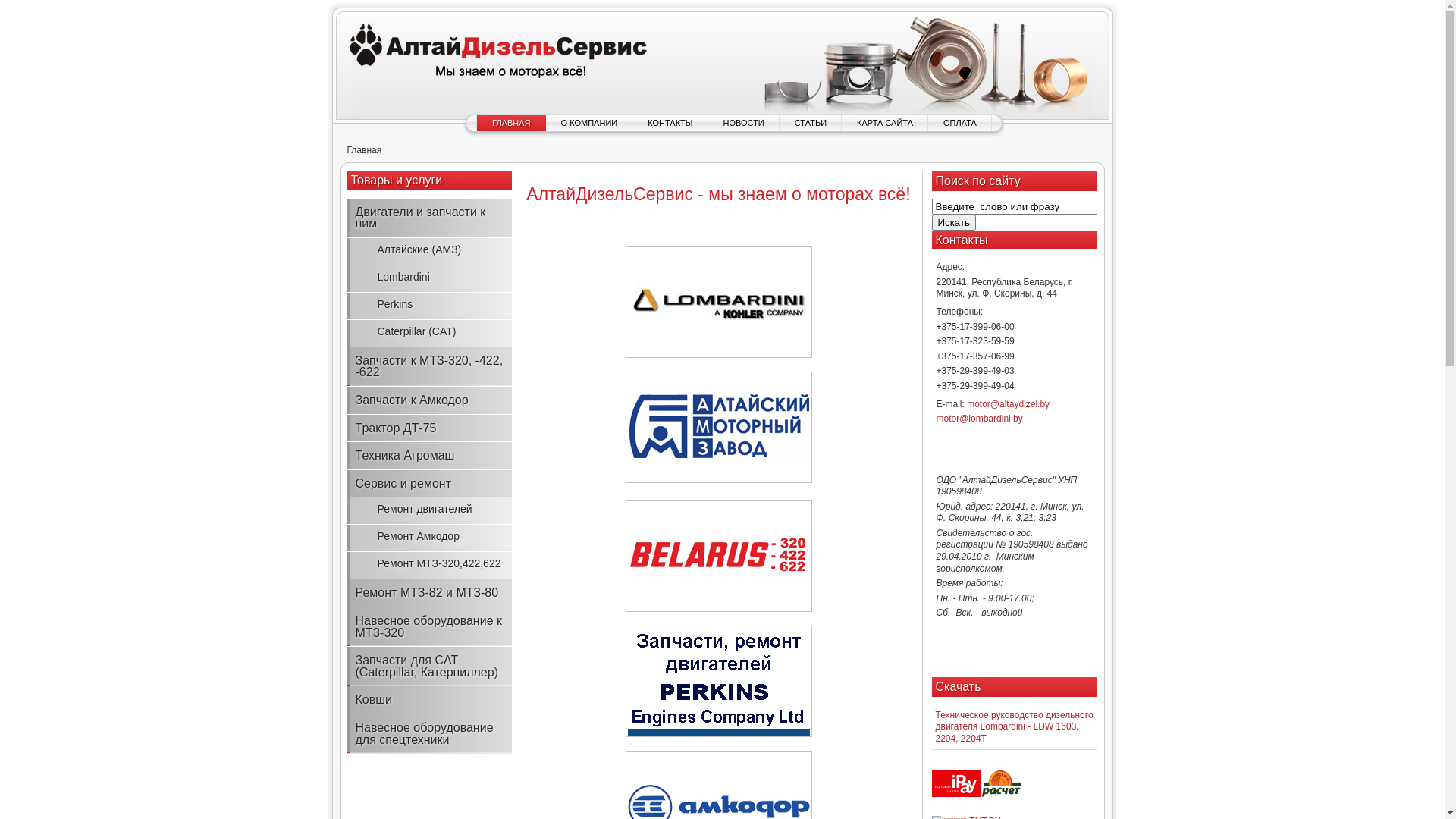 This screenshot has height=819, width=1456. Describe the element at coordinates (428, 332) in the screenshot. I see `'Caterpillar (CAT)'` at that location.